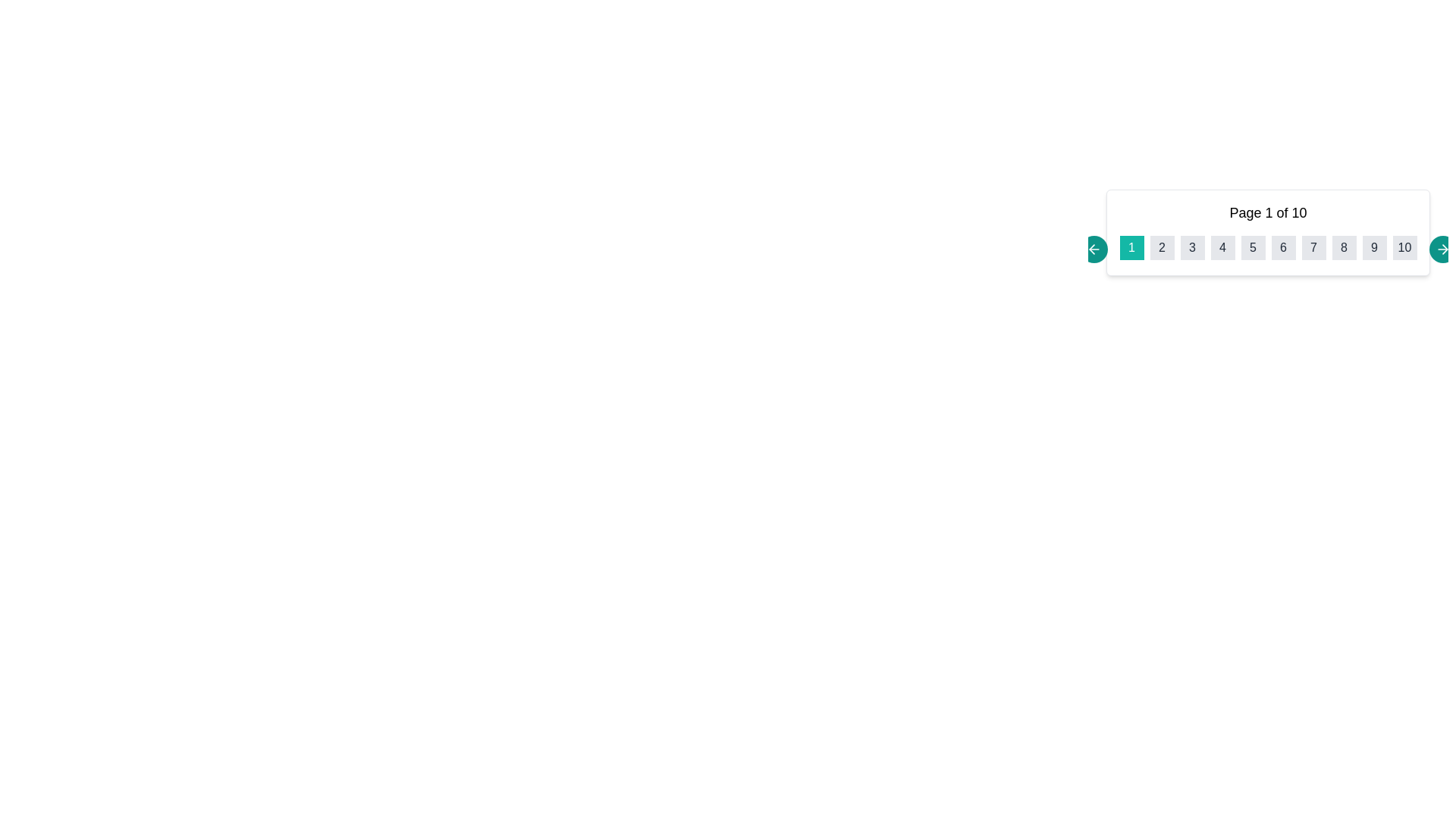 Image resolution: width=1456 pixels, height=819 pixels. Describe the element at coordinates (1131, 247) in the screenshot. I see `the teal button labeled '1' using keyboard navigation` at that location.